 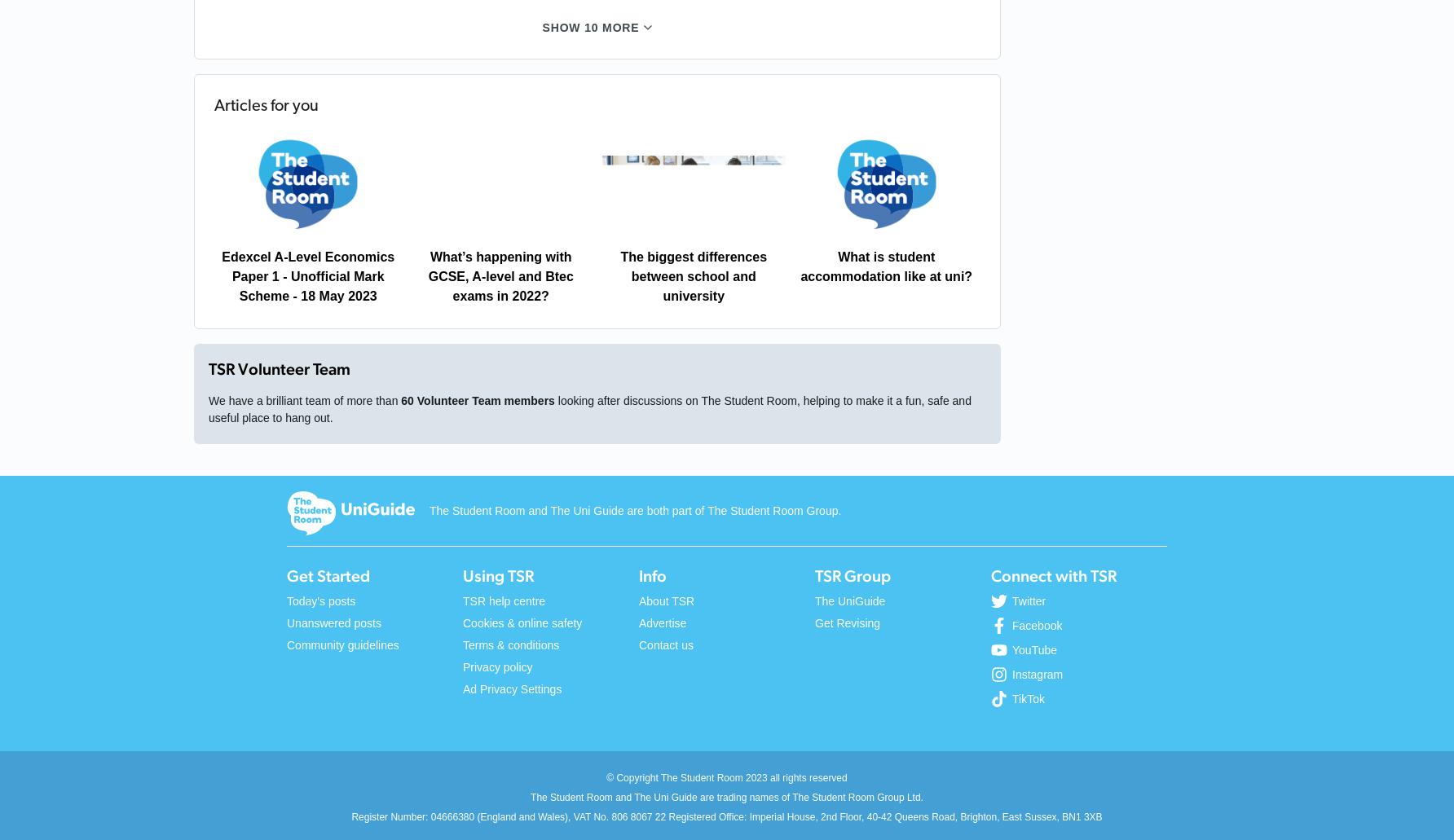 I want to click on 'Today's posts', so click(x=285, y=600).